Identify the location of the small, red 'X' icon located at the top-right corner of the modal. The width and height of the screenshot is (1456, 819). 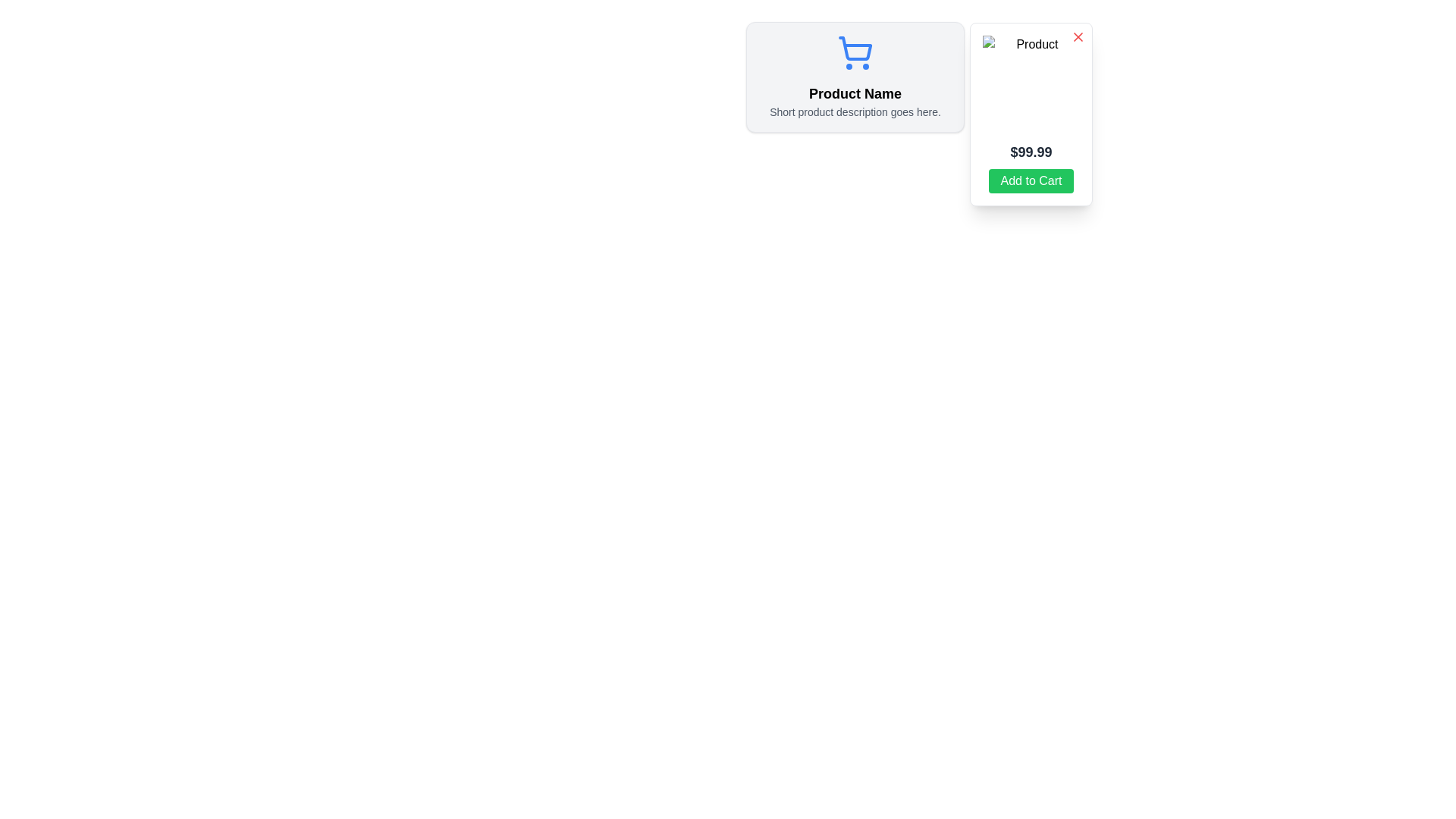
(1077, 36).